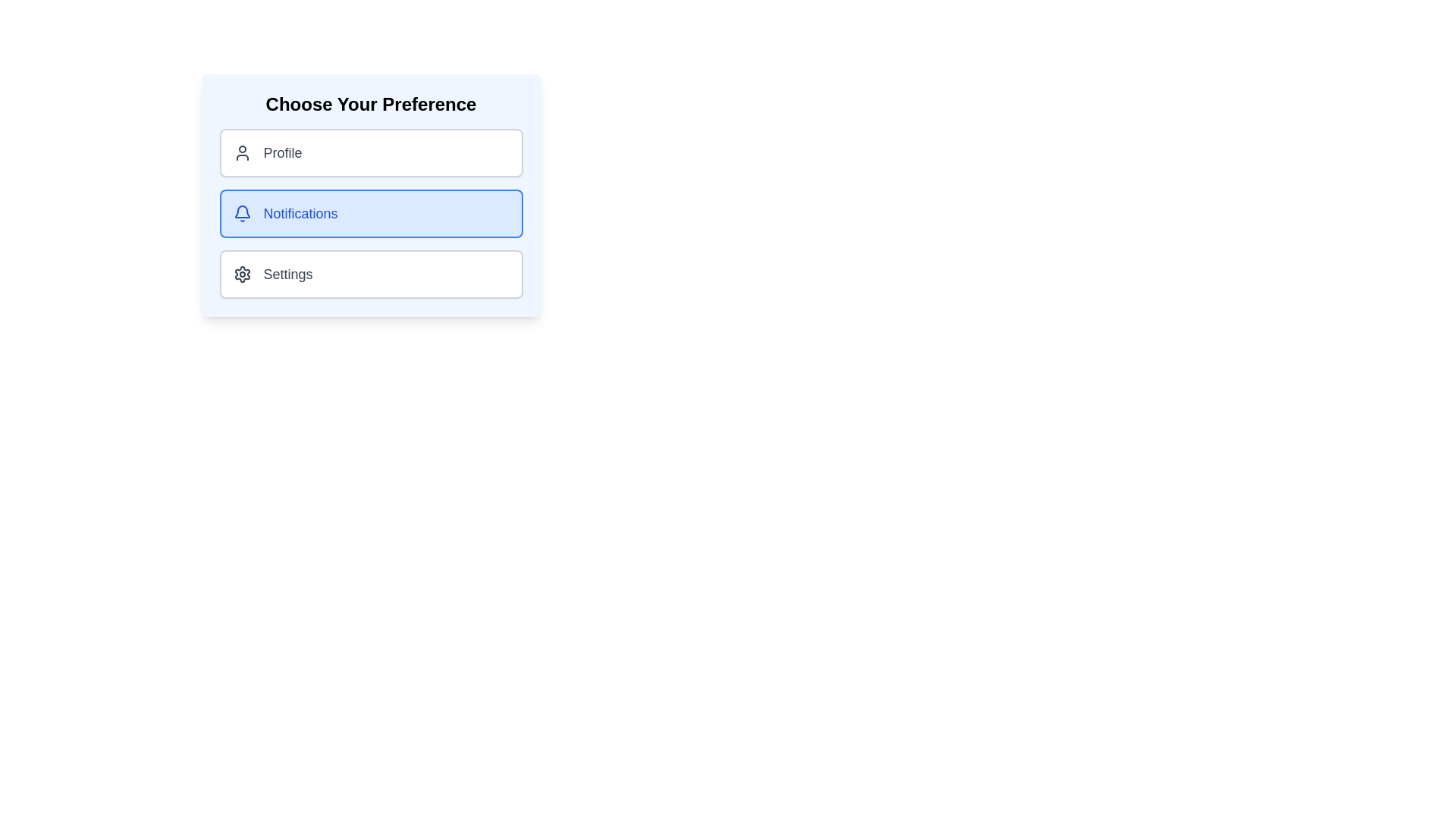  I want to click on the 'Notifications' button with a bell icon, so click(371, 213).